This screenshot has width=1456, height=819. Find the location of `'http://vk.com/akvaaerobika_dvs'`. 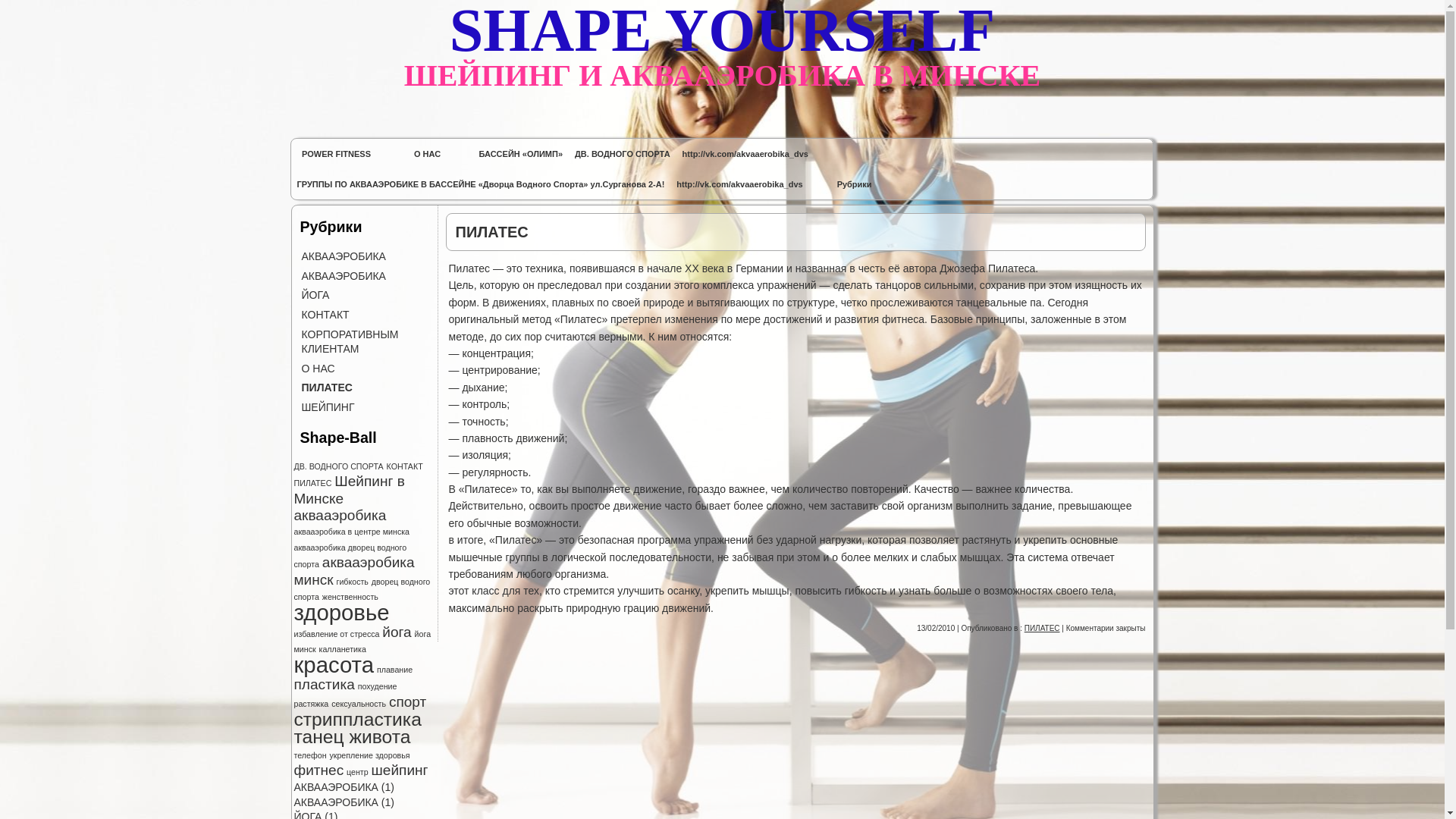

'http://vk.com/akvaaerobika_dvs' is located at coordinates (745, 154).